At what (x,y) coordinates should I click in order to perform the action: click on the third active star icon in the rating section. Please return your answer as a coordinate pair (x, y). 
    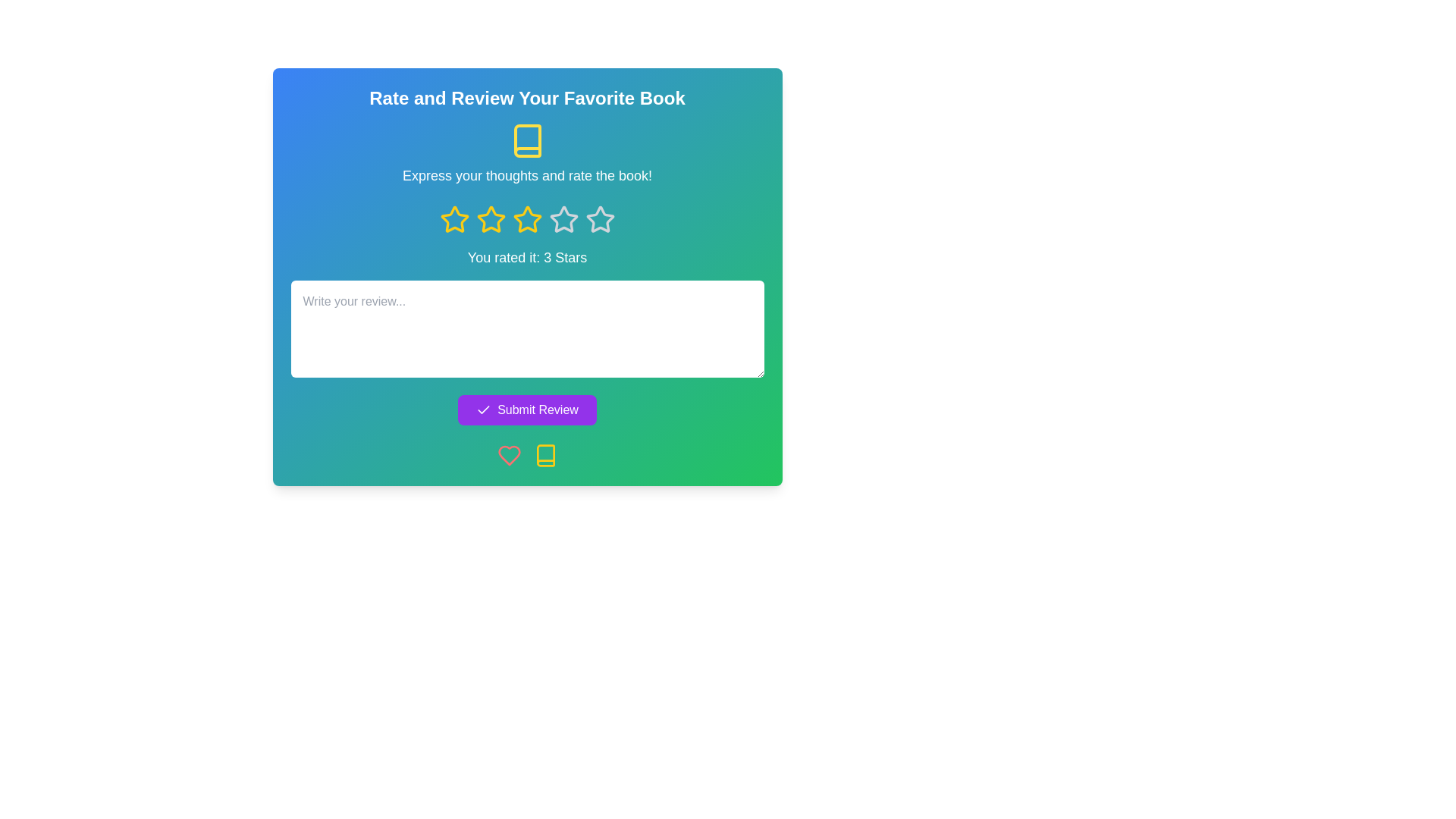
    Looking at the image, I should click on (527, 219).